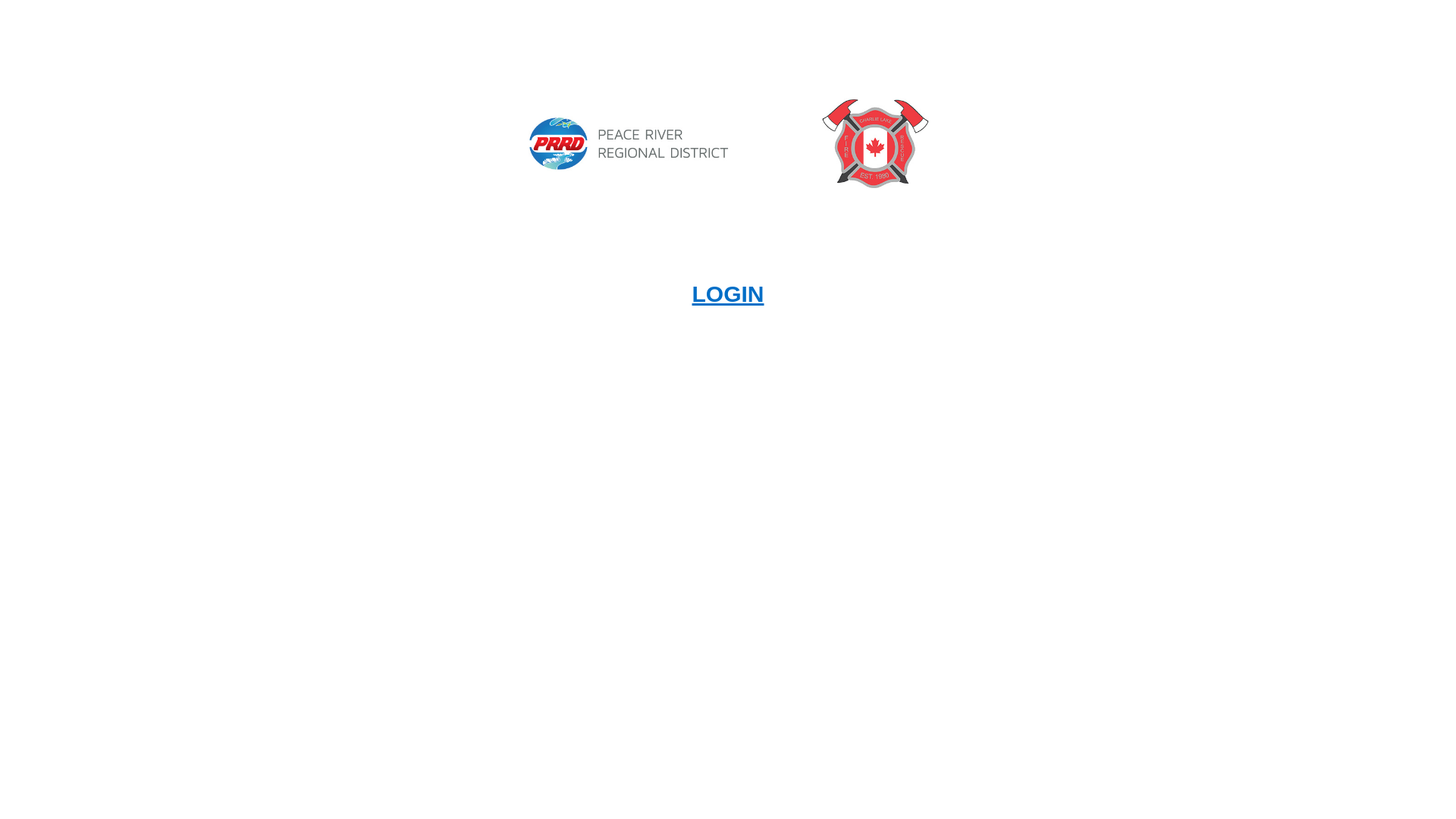  Describe the element at coordinates (726, 293) in the screenshot. I see `'LOGIN'` at that location.